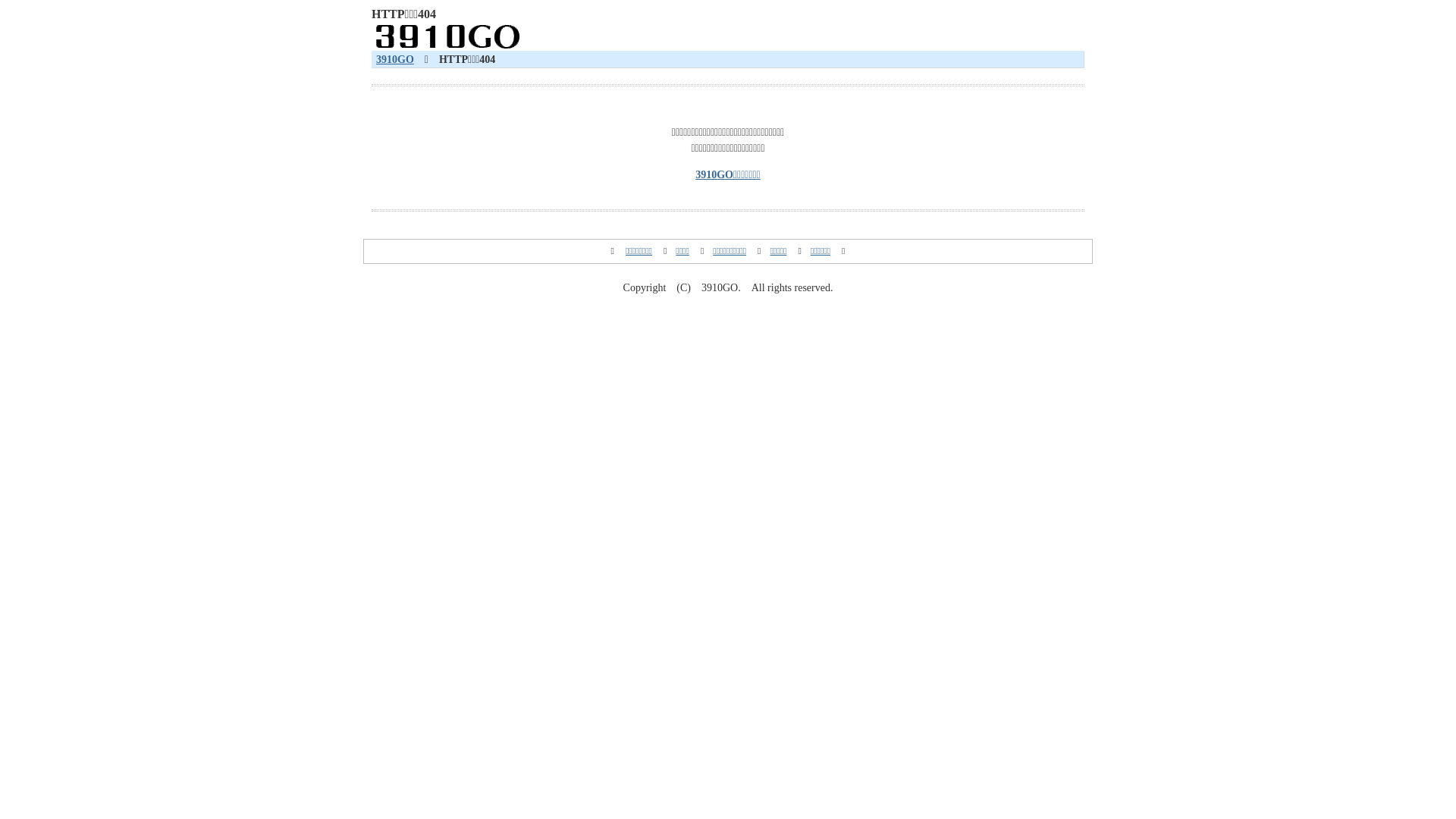 This screenshot has height=819, width=1456. What do you see at coordinates (395, 58) in the screenshot?
I see `'3910GO'` at bounding box center [395, 58].